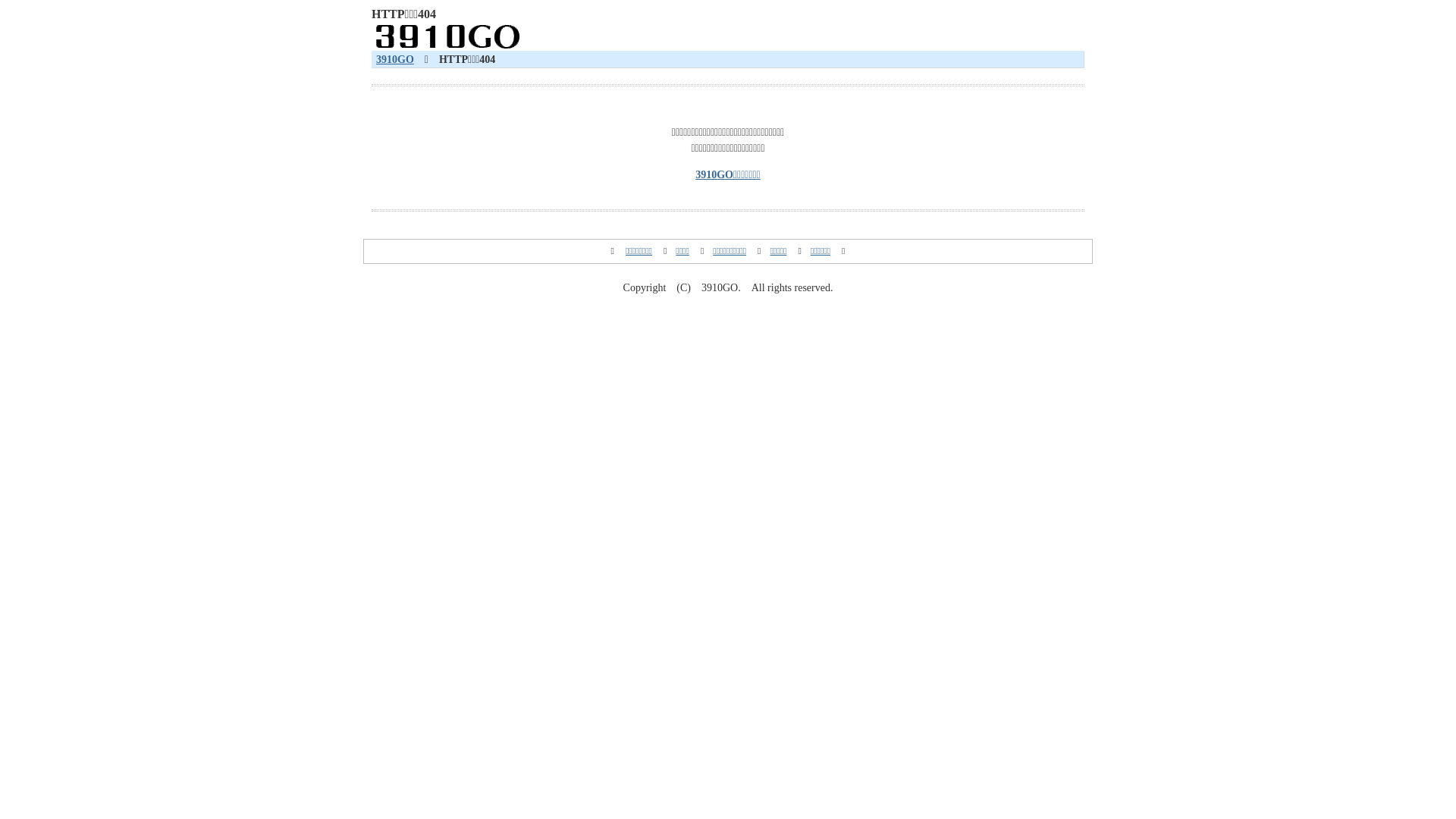 This screenshot has height=819, width=1456. What do you see at coordinates (395, 58) in the screenshot?
I see `'3910GO'` at bounding box center [395, 58].